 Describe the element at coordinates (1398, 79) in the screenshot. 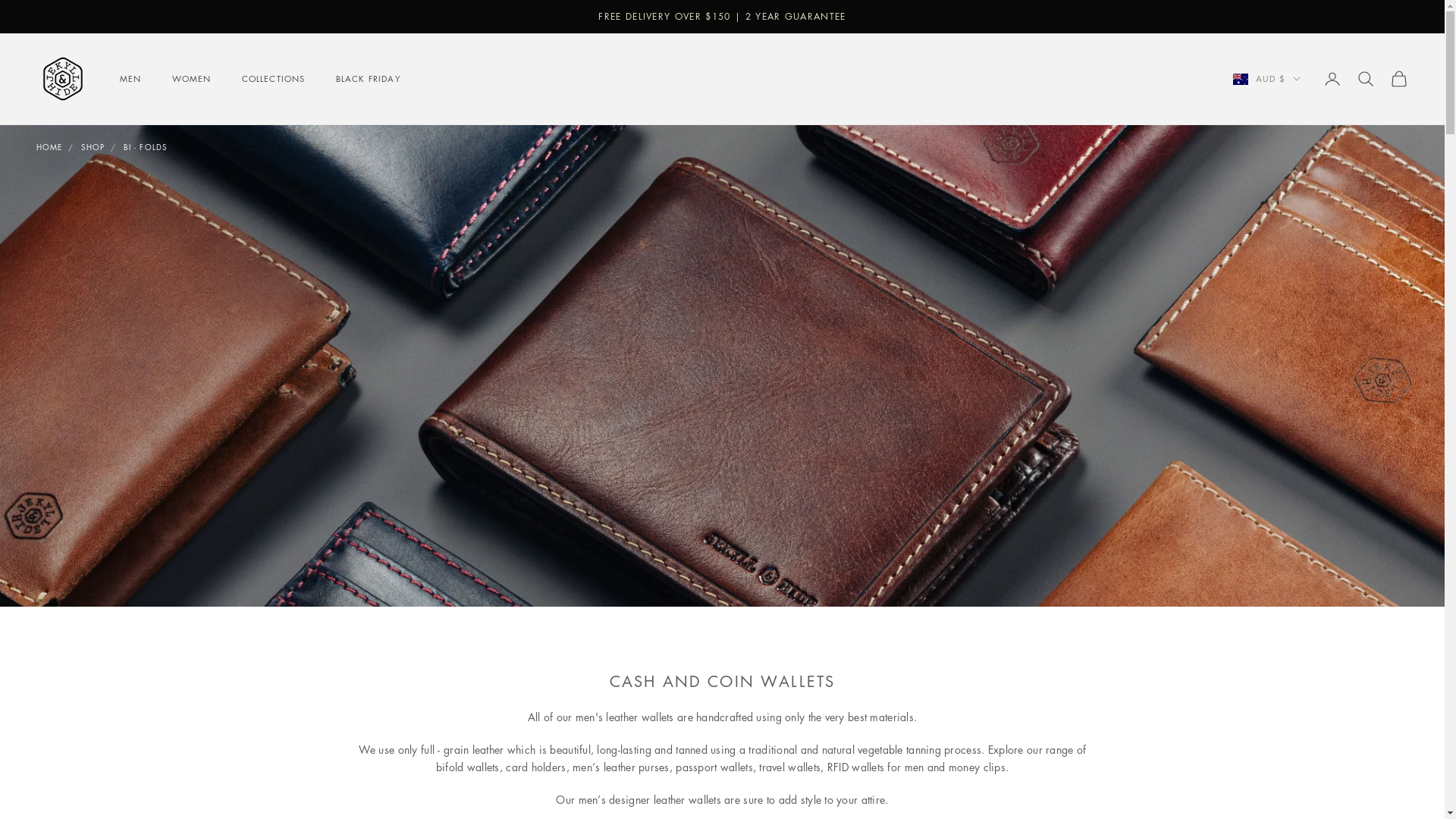

I see `'Open cart'` at that location.